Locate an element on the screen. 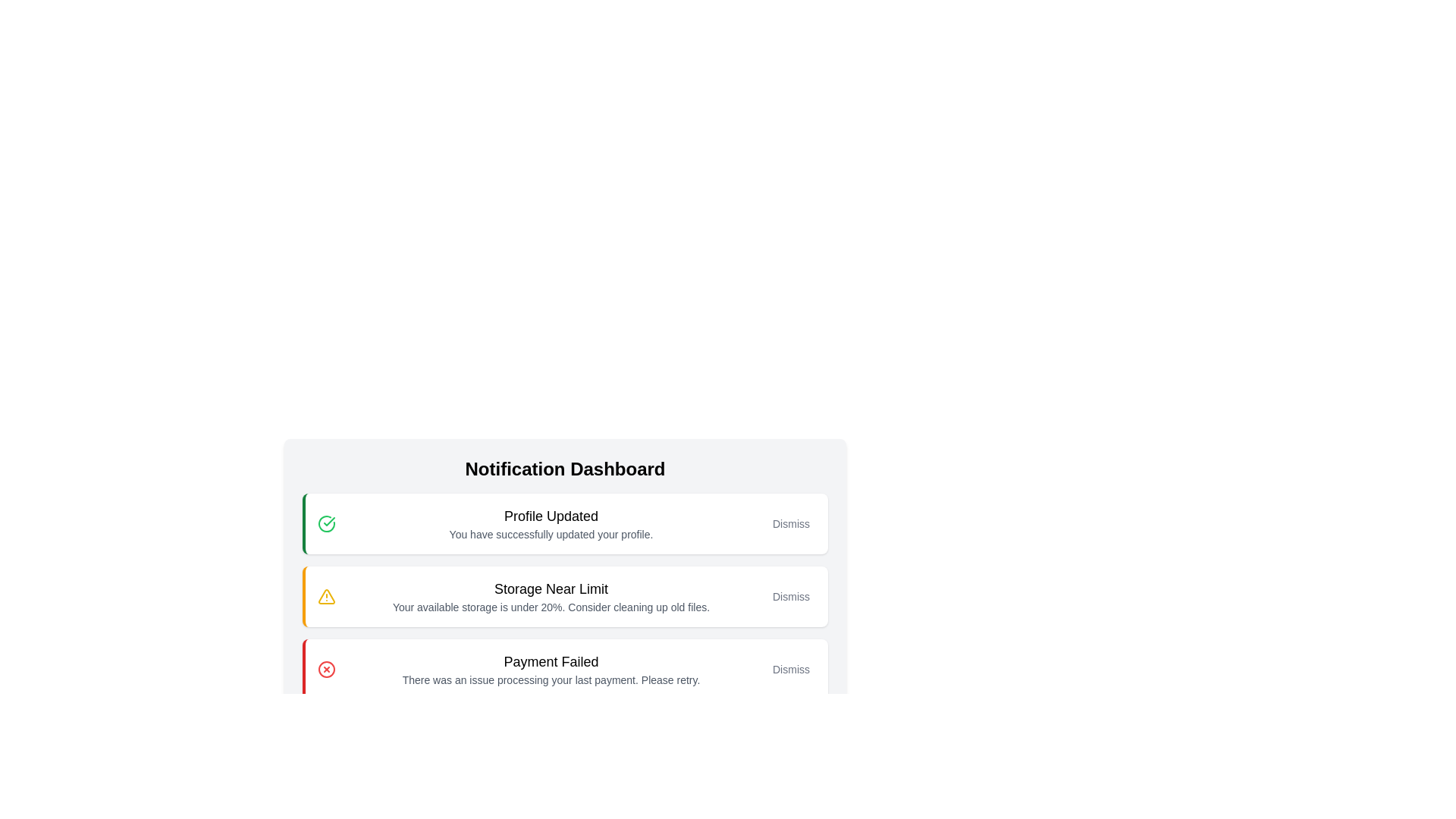 This screenshot has width=1456, height=819. the triangle-shaped icon with a yellow border and an exclamation mark, which indicates an alert or warning, positioned to the left of the 'Storage Near Limit' notification text is located at coordinates (326, 595).